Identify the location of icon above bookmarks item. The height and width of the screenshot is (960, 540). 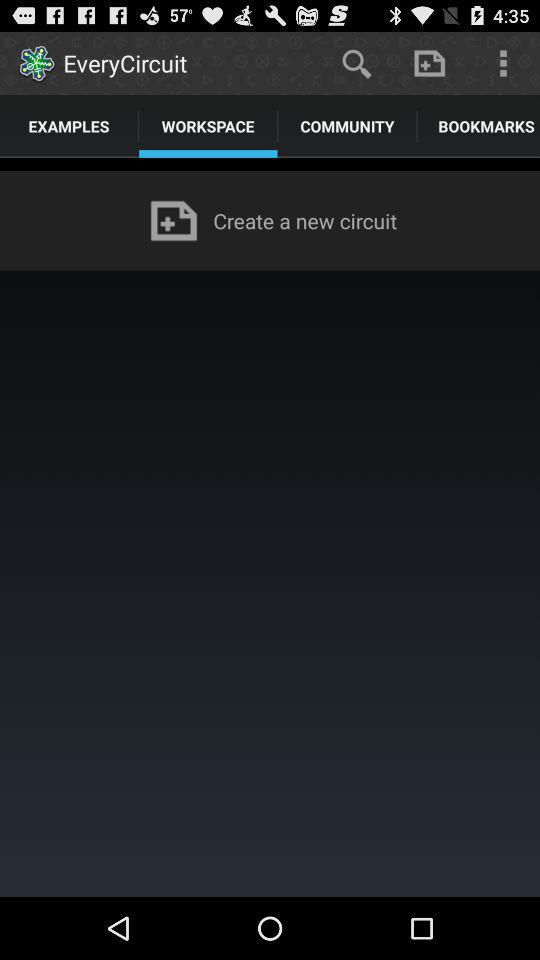
(502, 62).